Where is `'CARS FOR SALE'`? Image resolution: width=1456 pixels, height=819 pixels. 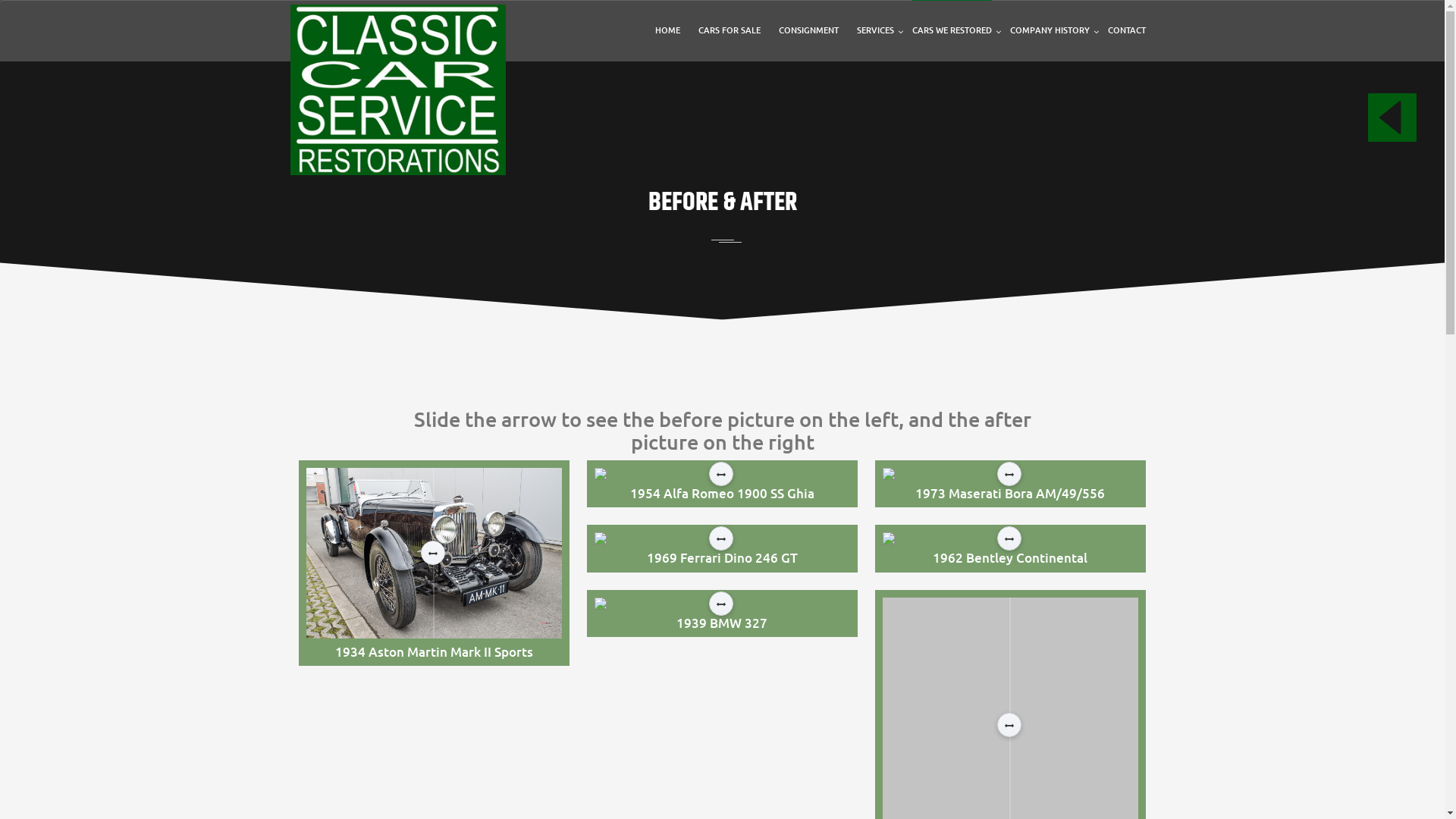 'CARS FOR SALE' is located at coordinates (728, 30).